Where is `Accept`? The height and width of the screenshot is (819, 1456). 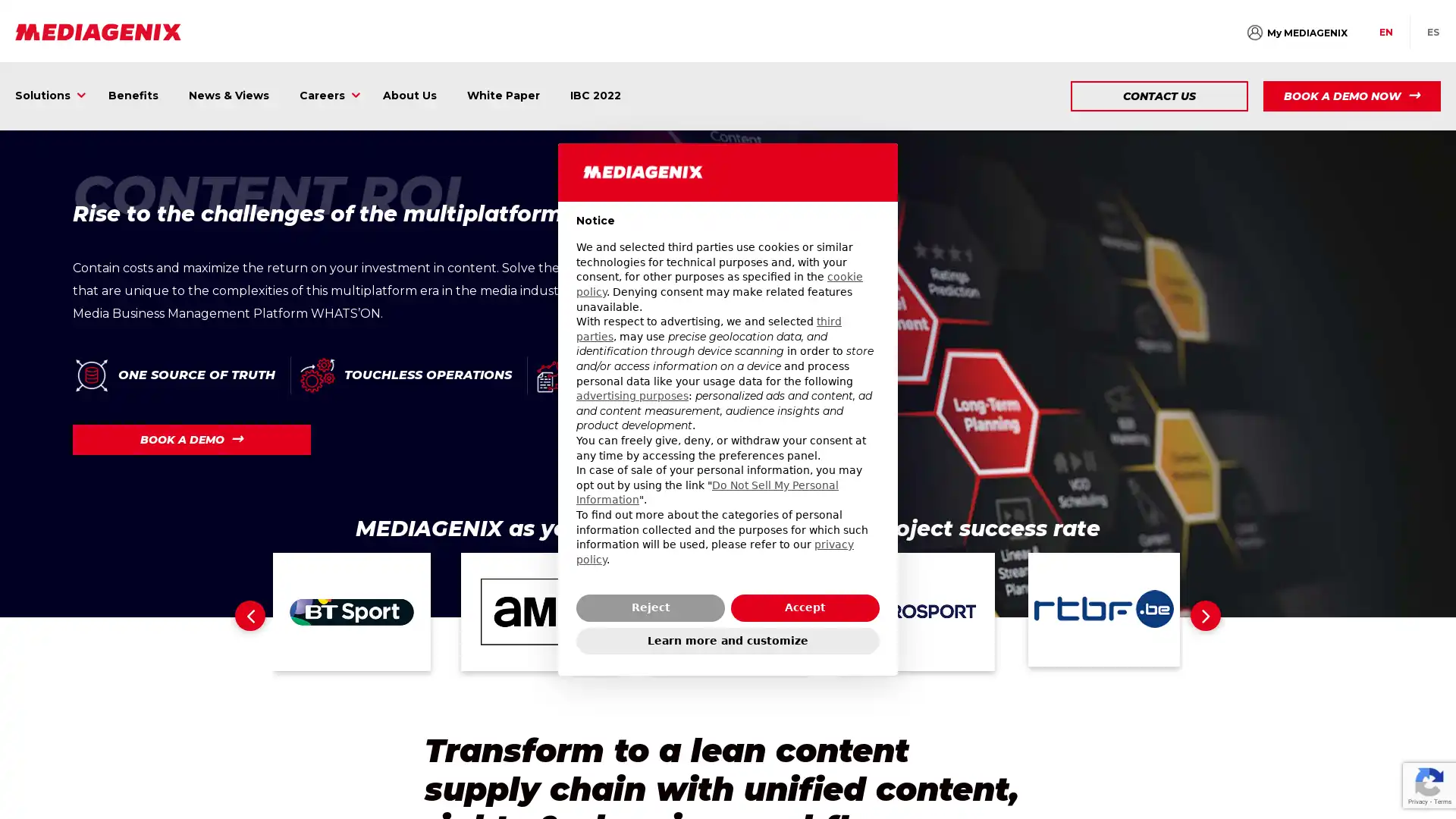 Accept is located at coordinates (804, 607).